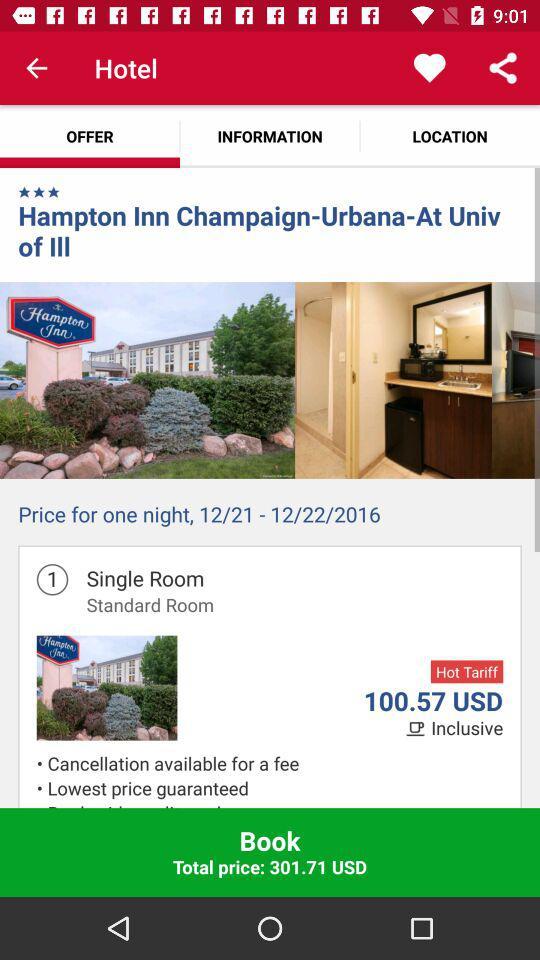  I want to click on the icon above the price for one item, so click(393, 379).